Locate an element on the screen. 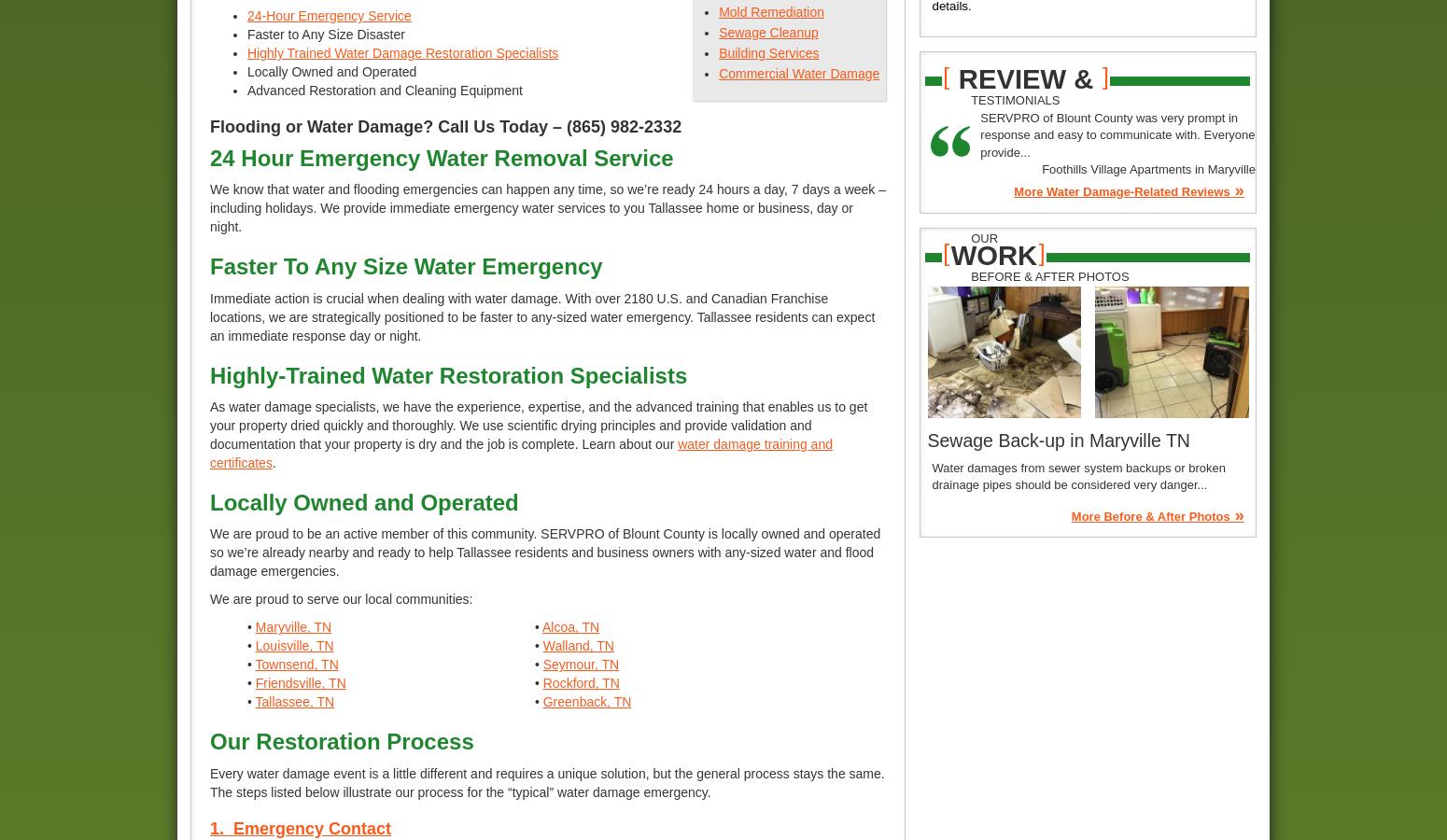 The width and height of the screenshot is (1447, 840). 'Our Restoration Process' is located at coordinates (209, 741).